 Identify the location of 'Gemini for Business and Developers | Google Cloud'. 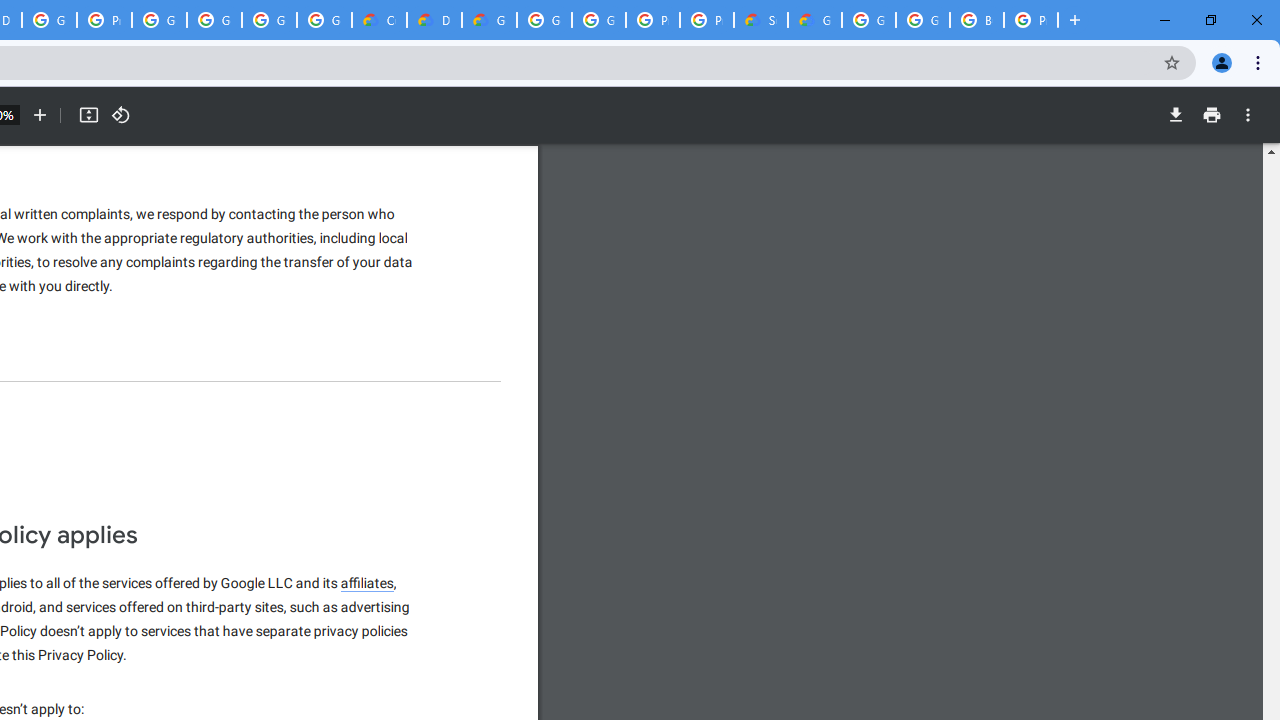
(489, 20).